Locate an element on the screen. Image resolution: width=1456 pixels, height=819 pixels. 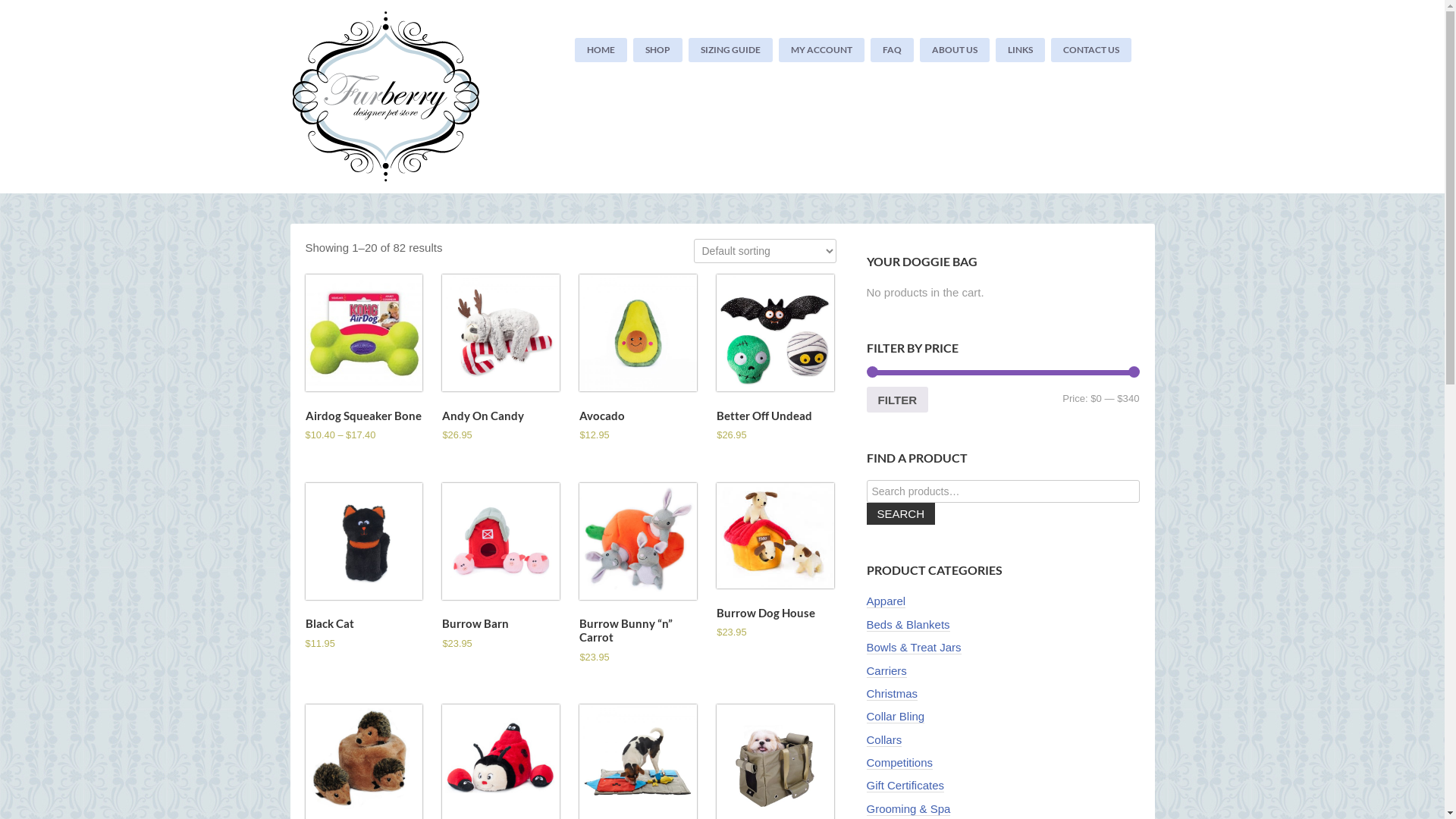
'Beds & Blankets' is located at coordinates (907, 625).